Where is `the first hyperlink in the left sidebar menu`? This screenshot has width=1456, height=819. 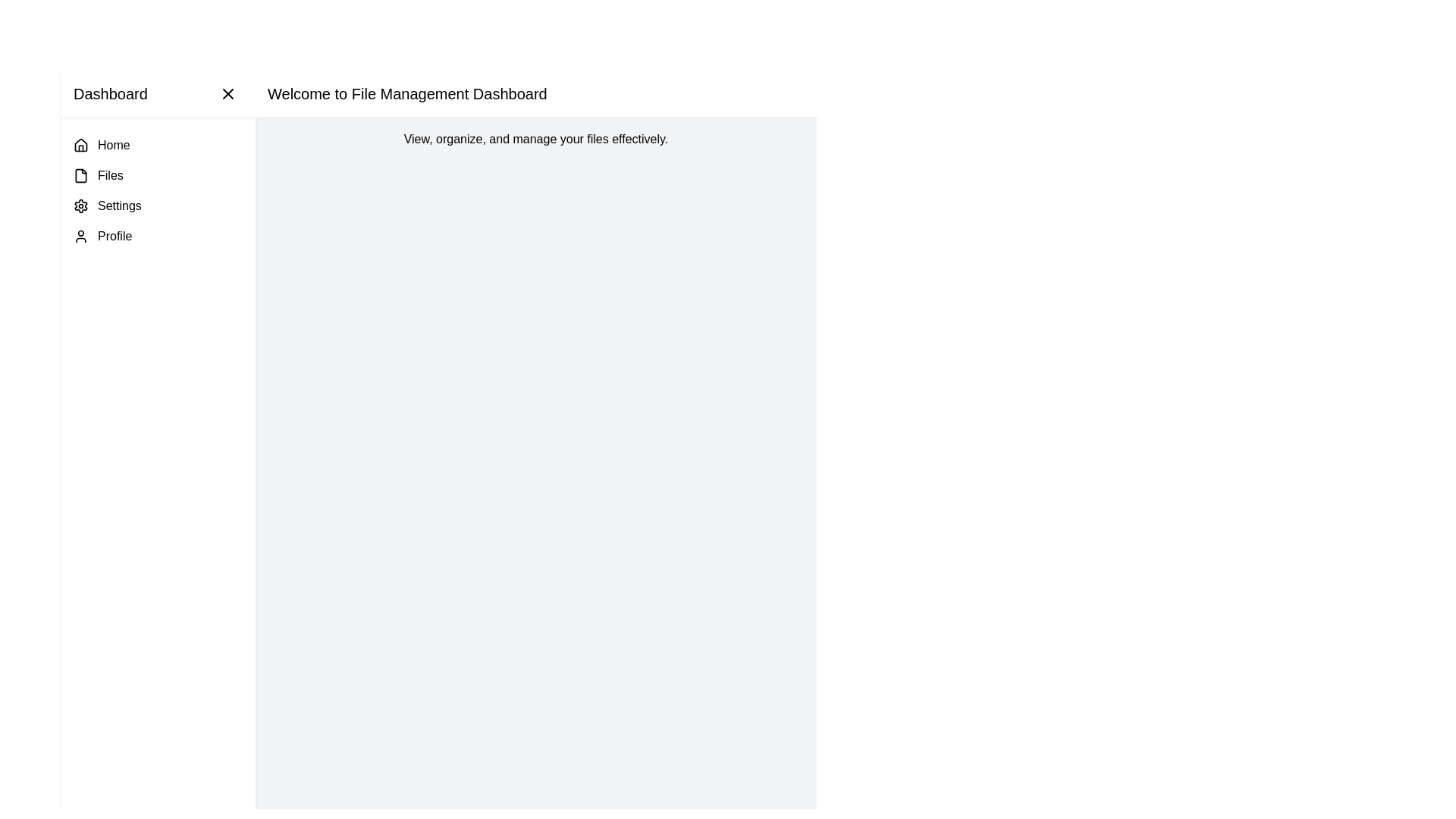 the first hyperlink in the left sidebar menu is located at coordinates (158, 146).